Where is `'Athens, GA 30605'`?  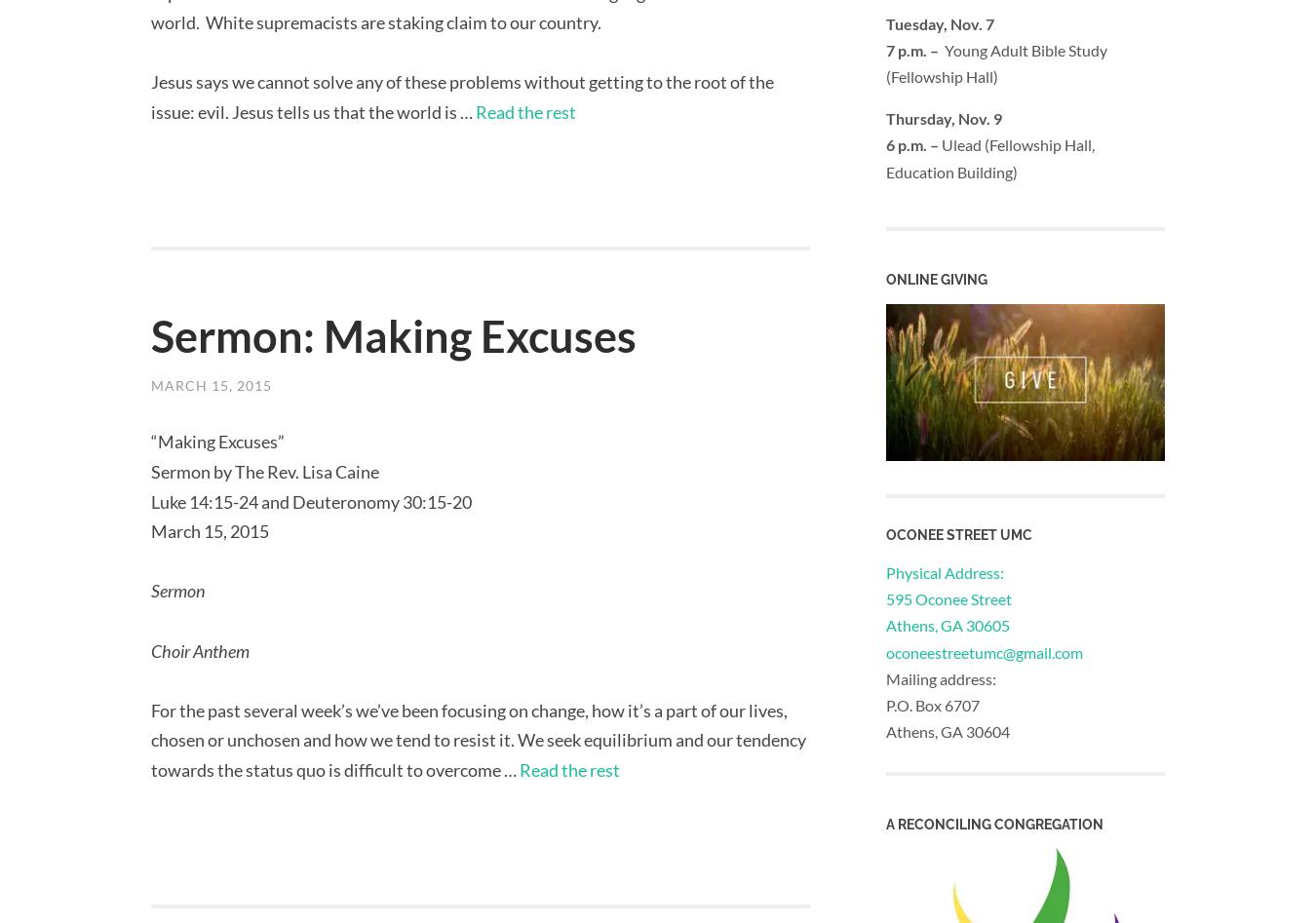
'Athens, GA 30605' is located at coordinates (947, 625).